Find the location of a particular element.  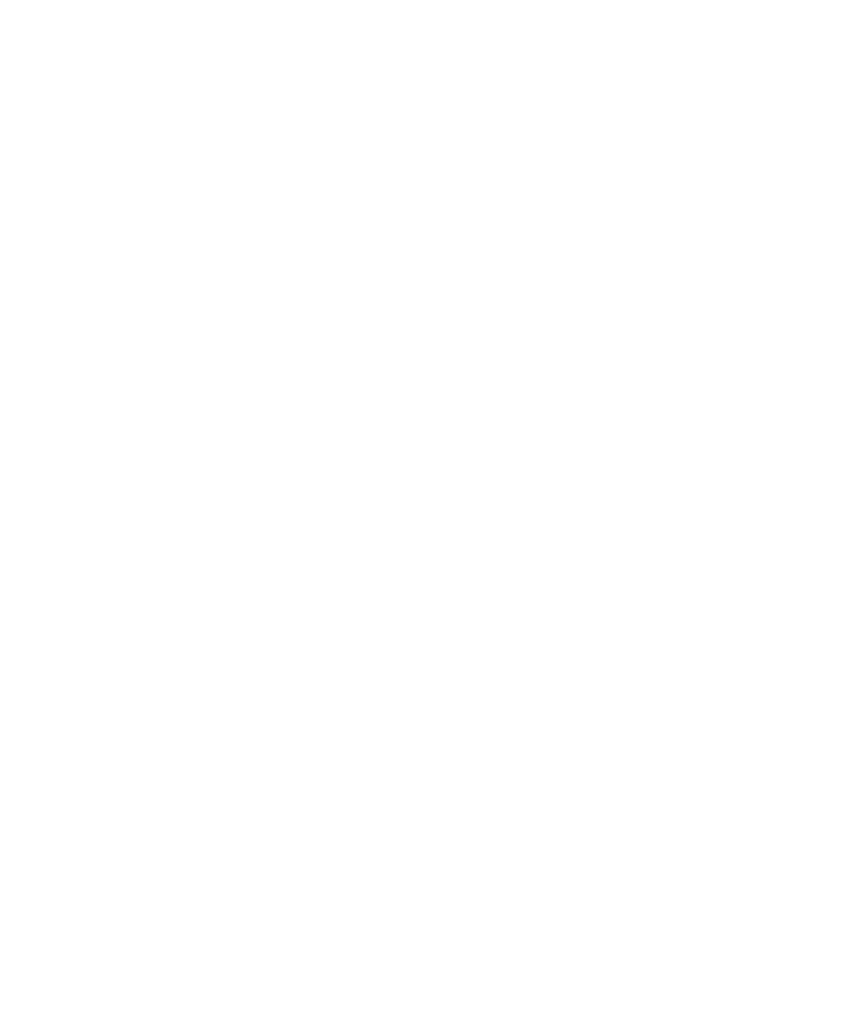

'+91-922-607-7550' is located at coordinates (94, 674).